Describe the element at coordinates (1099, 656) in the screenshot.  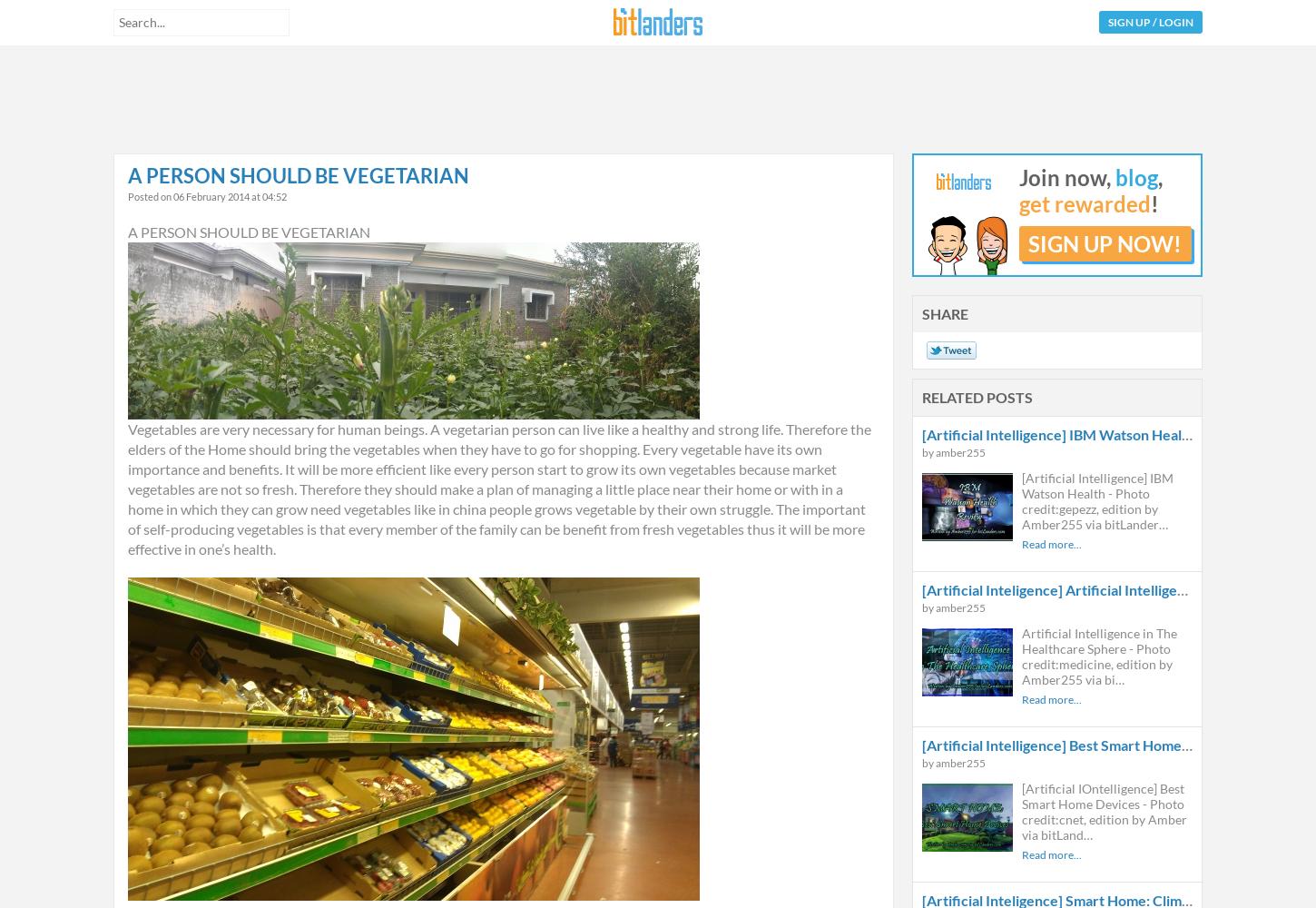
I see `'Artificial Intelligence in The Healthcare Sphere - Photo credit:medicine, edition by Amber255 via bi…'` at that location.